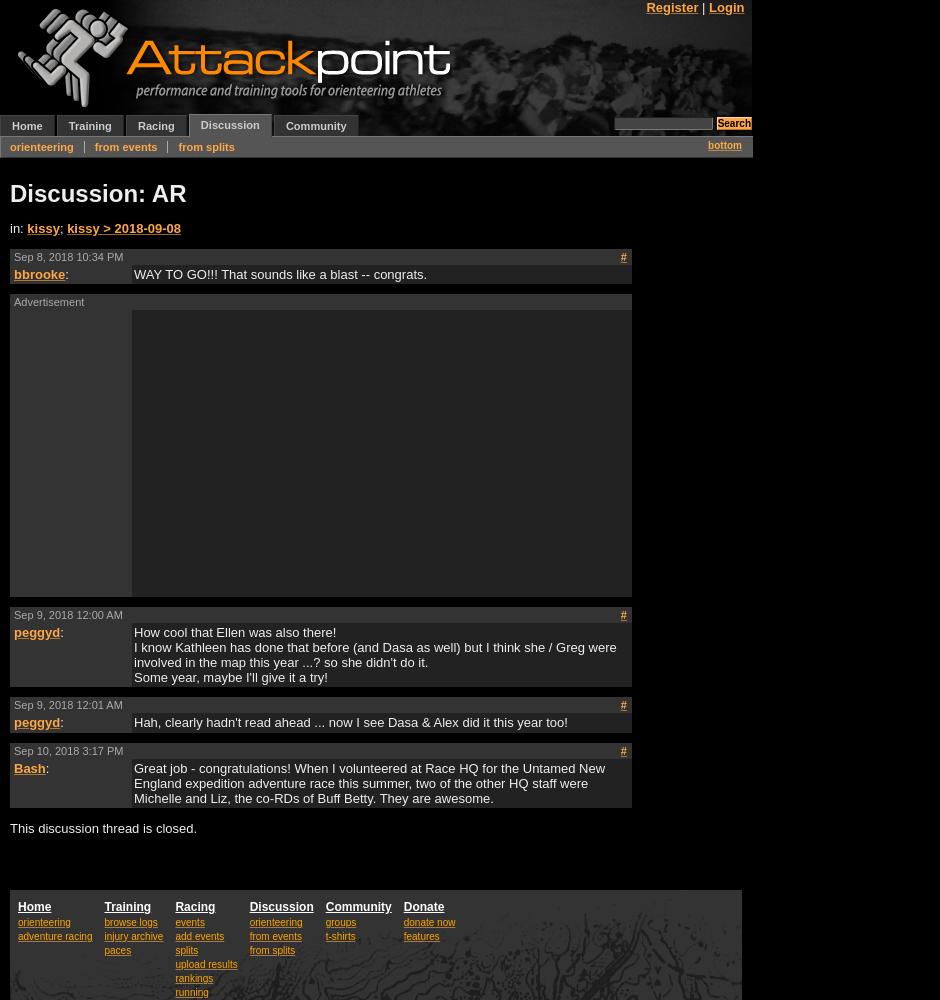 The image size is (940, 1000). Describe the element at coordinates (350, 721) in the screenshot. I see `'Hah, clearly hadn't read ahead ... now I see Dasa & Alex did it this year too!'` at that location.